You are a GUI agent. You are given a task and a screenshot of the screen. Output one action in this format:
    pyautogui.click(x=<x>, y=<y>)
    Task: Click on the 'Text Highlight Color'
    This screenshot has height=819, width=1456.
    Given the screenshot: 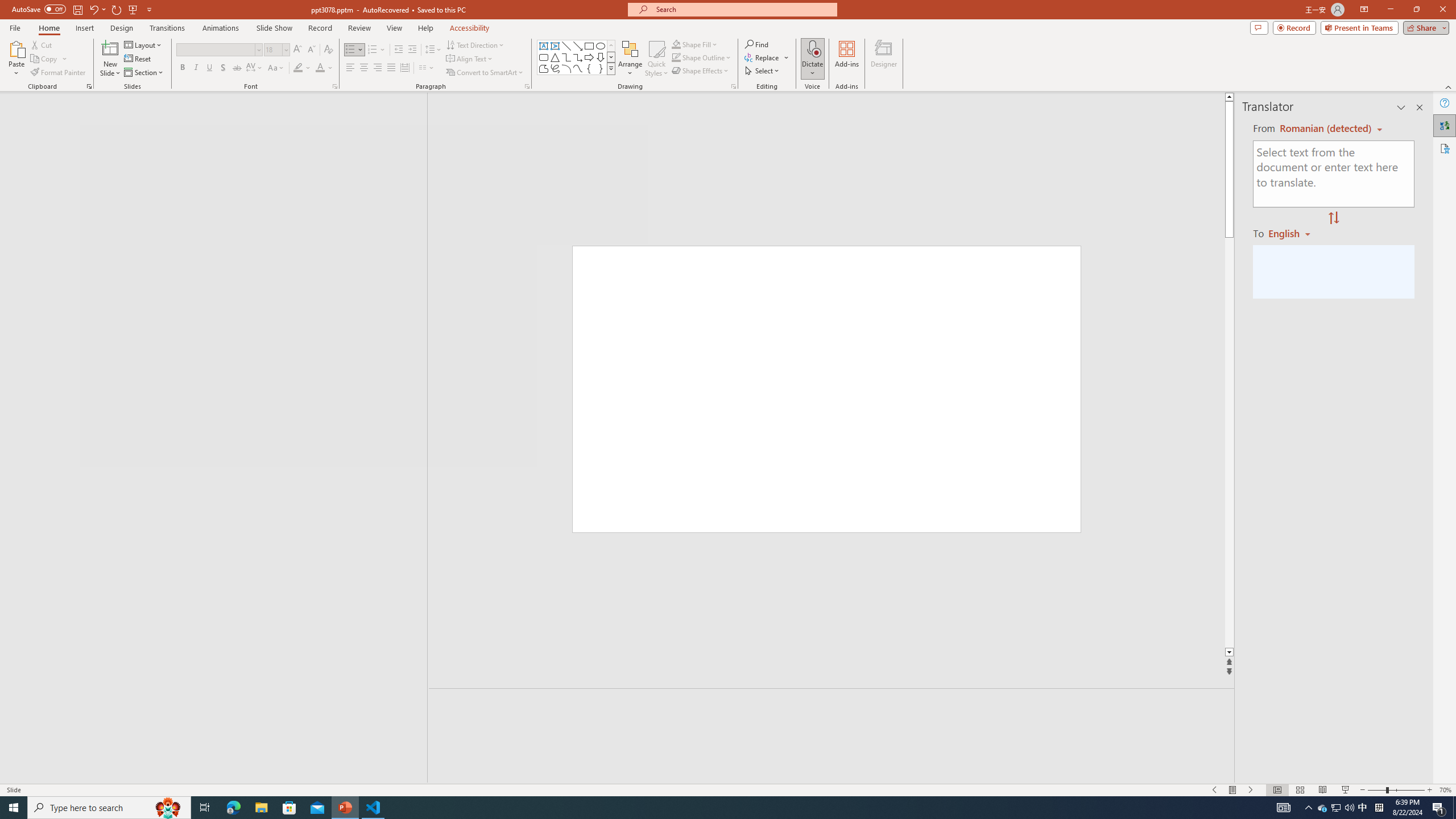 What is the action you would take?
    pyautogui.click(x=301, y=67)
    